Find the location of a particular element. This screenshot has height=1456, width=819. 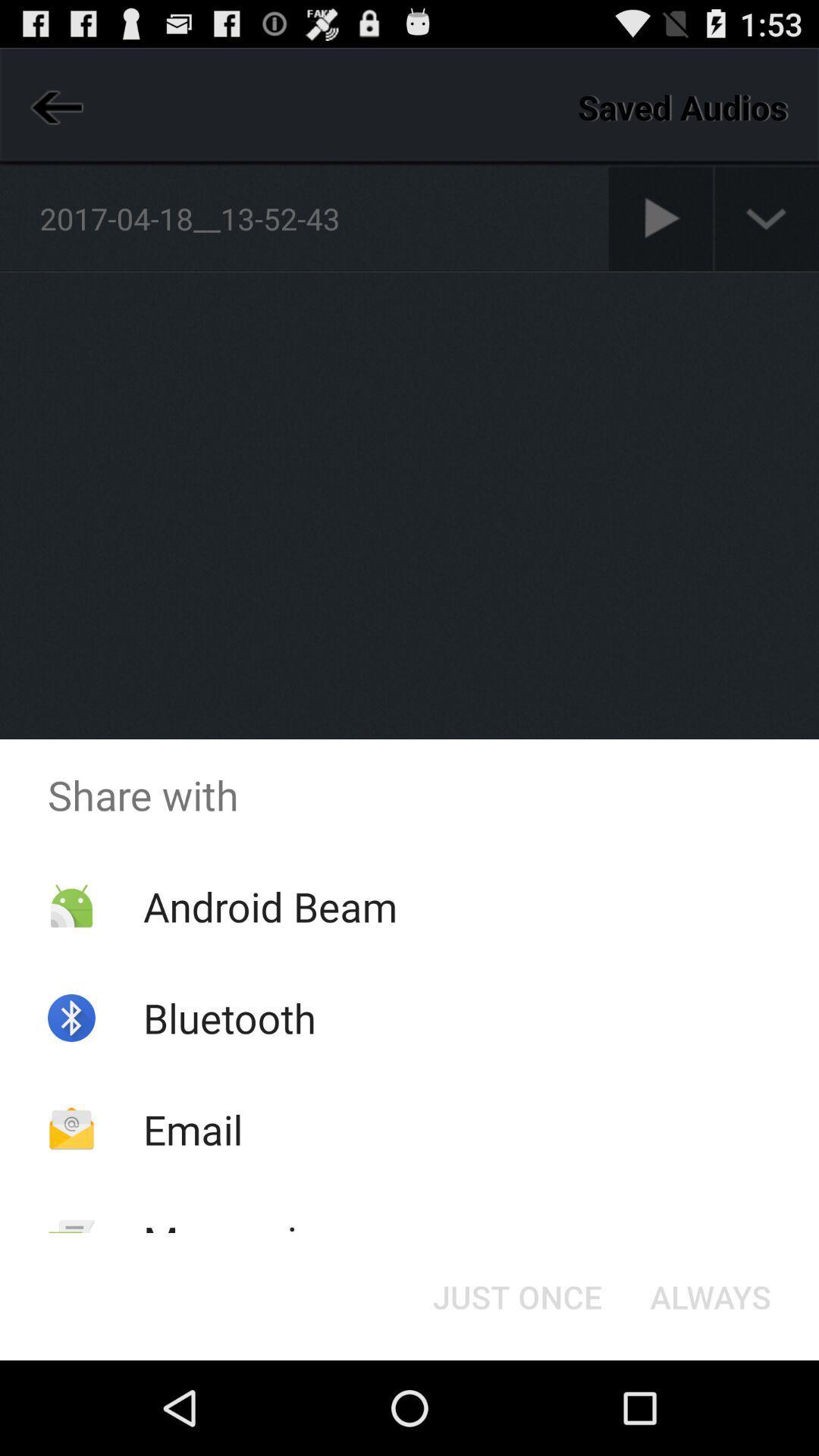

the icon at the bottom right corner is located at coordinates (711, 1295).